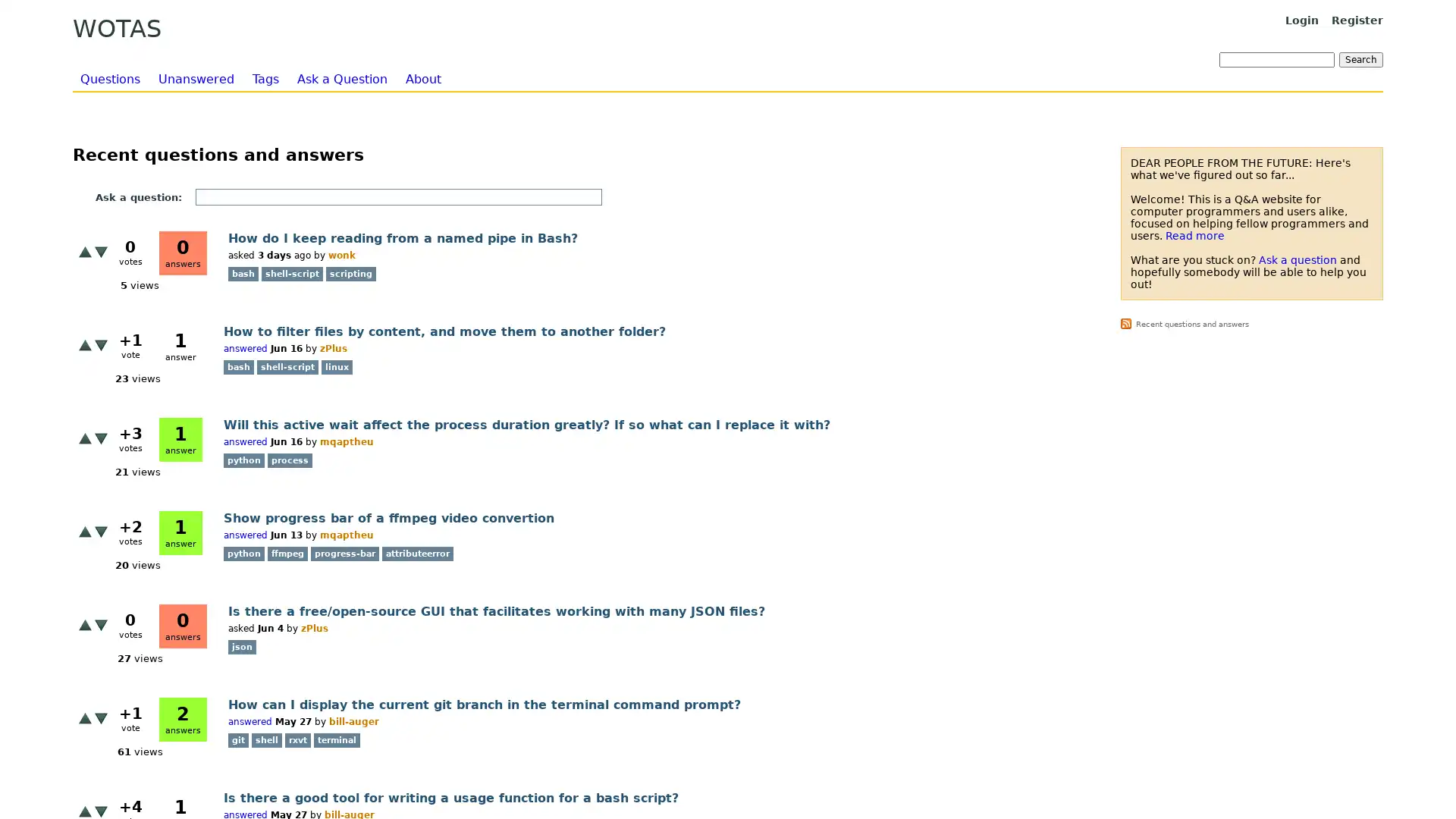 Image resolution: width=1456 pixels, height=819 pixels. Describe the element at coordinates (1361, 58) in the screenshot. I see `Search` at that location.